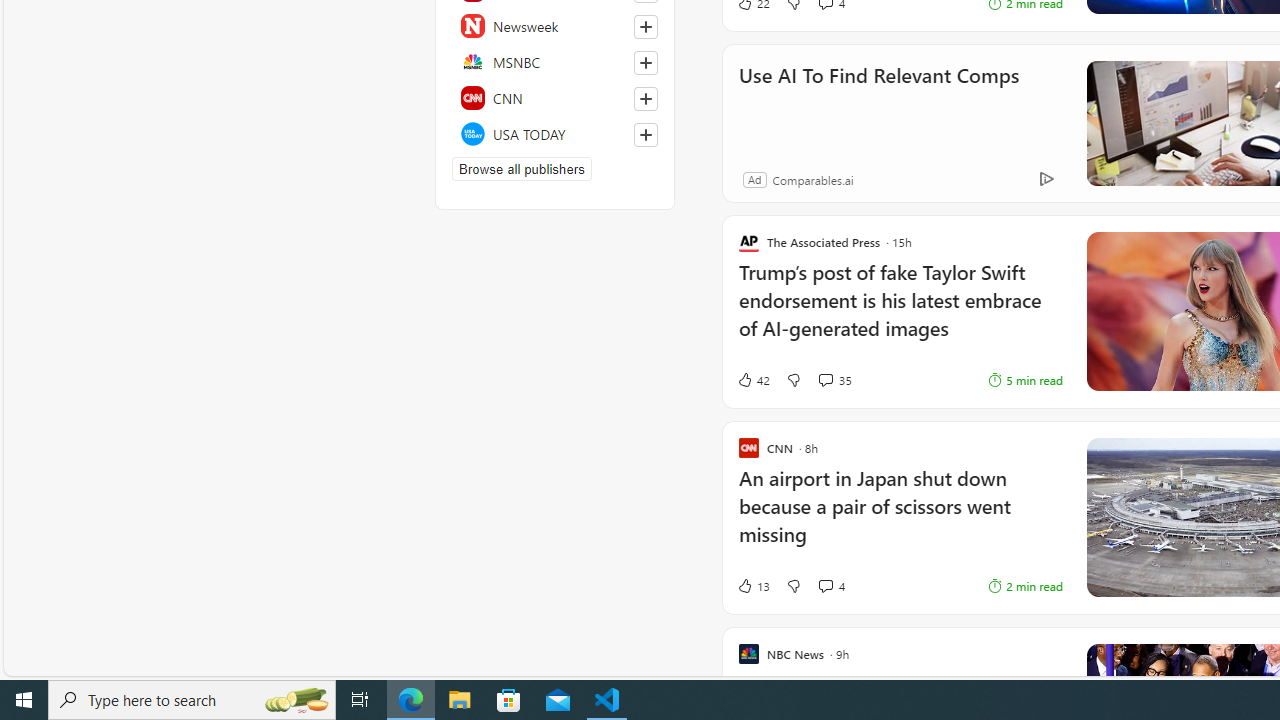 The image size is (1280, 720). I want to click on 'Newsweek', so click(555, 25).